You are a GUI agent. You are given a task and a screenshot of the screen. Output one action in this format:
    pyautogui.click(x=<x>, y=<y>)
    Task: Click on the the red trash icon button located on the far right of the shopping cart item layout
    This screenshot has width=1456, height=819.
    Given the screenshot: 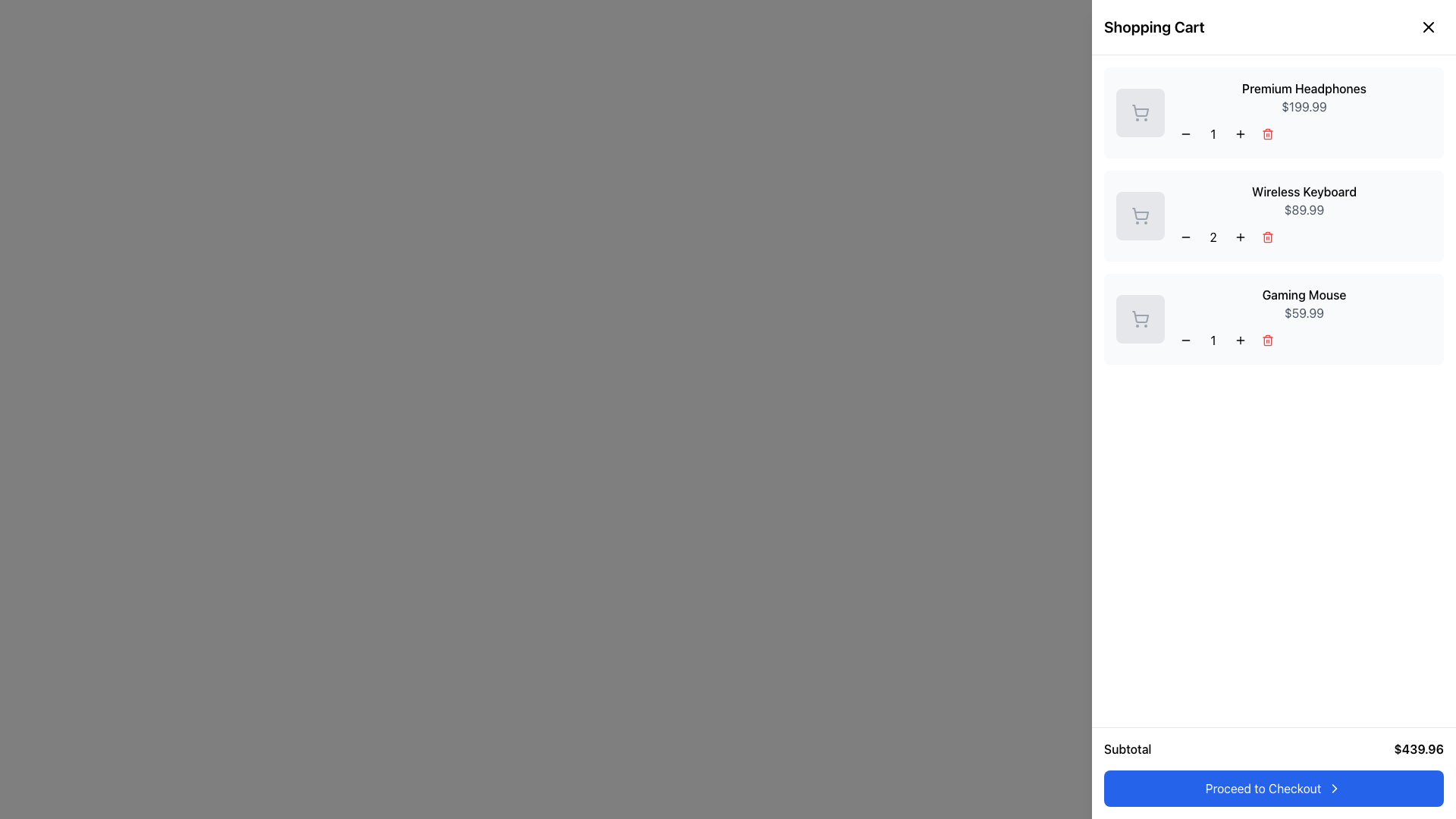 What is the action you would take?
    pyautogui.click(x=1267, y=339)
    